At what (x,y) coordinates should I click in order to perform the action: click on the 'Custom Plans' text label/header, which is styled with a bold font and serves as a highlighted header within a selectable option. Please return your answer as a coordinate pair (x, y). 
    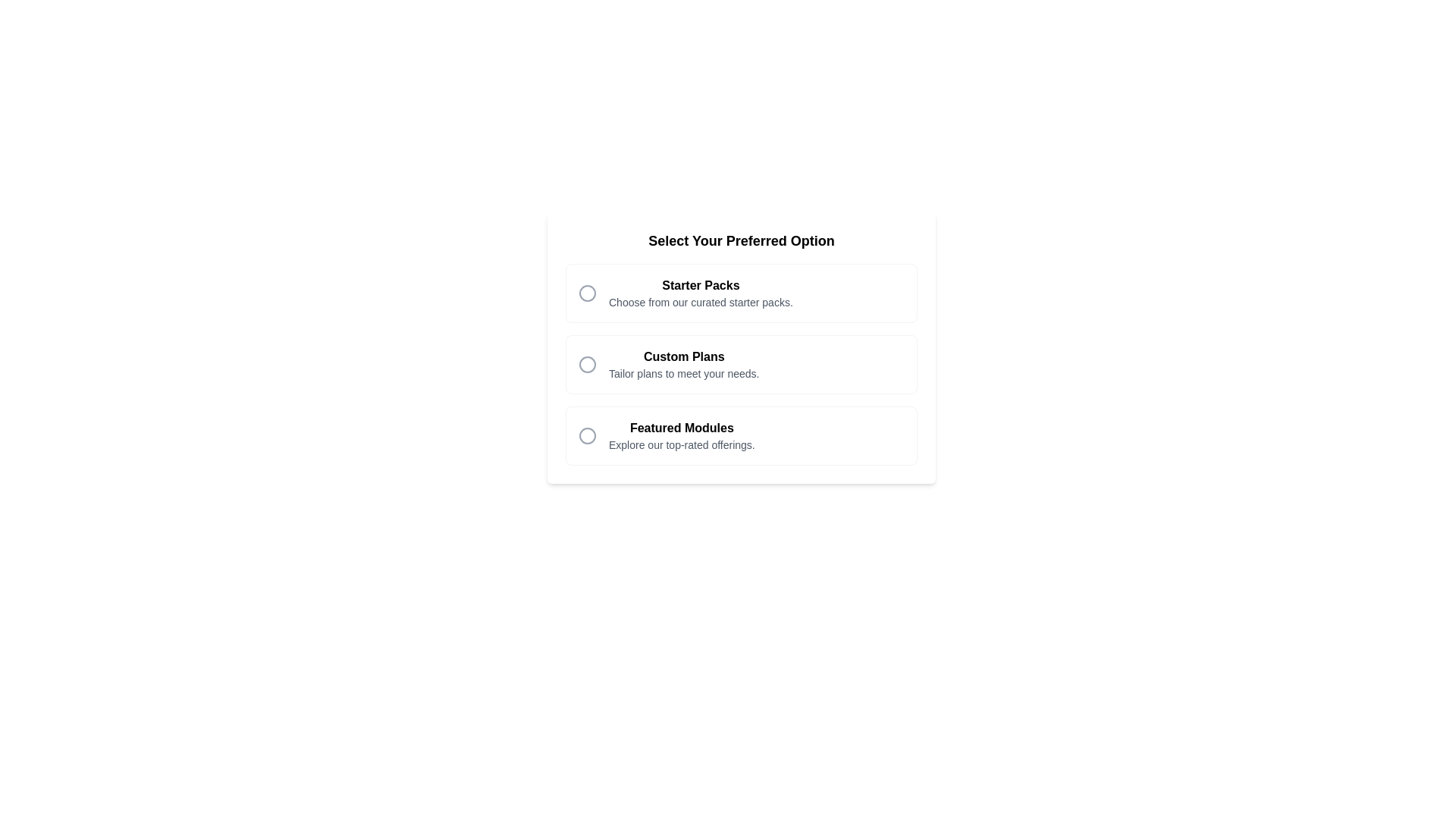
    Looking at the image, I should click on (683, 356).